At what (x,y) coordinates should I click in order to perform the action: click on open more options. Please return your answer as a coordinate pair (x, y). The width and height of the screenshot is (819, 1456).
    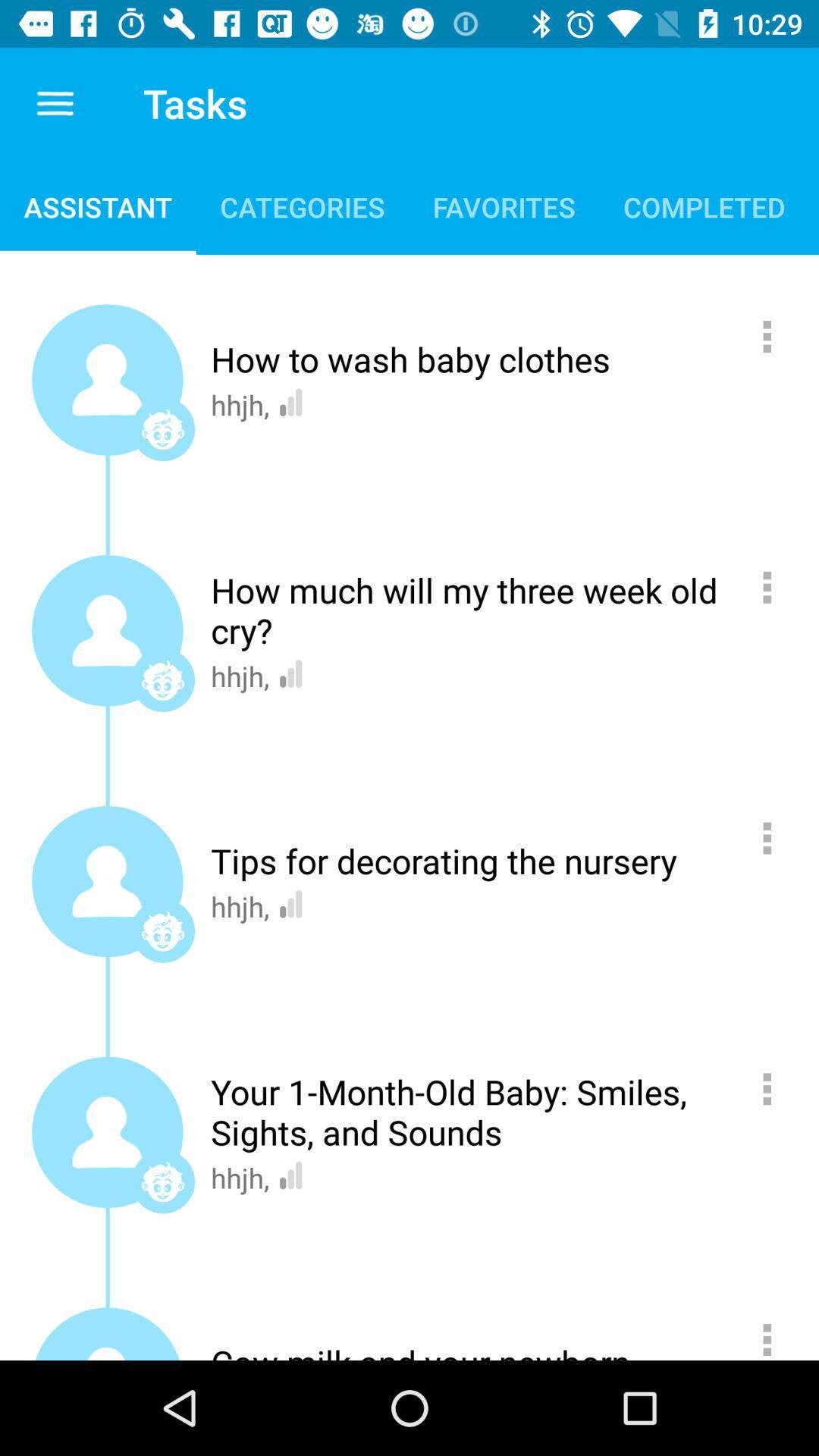
    Looking at the image, I should click on (775, 586).